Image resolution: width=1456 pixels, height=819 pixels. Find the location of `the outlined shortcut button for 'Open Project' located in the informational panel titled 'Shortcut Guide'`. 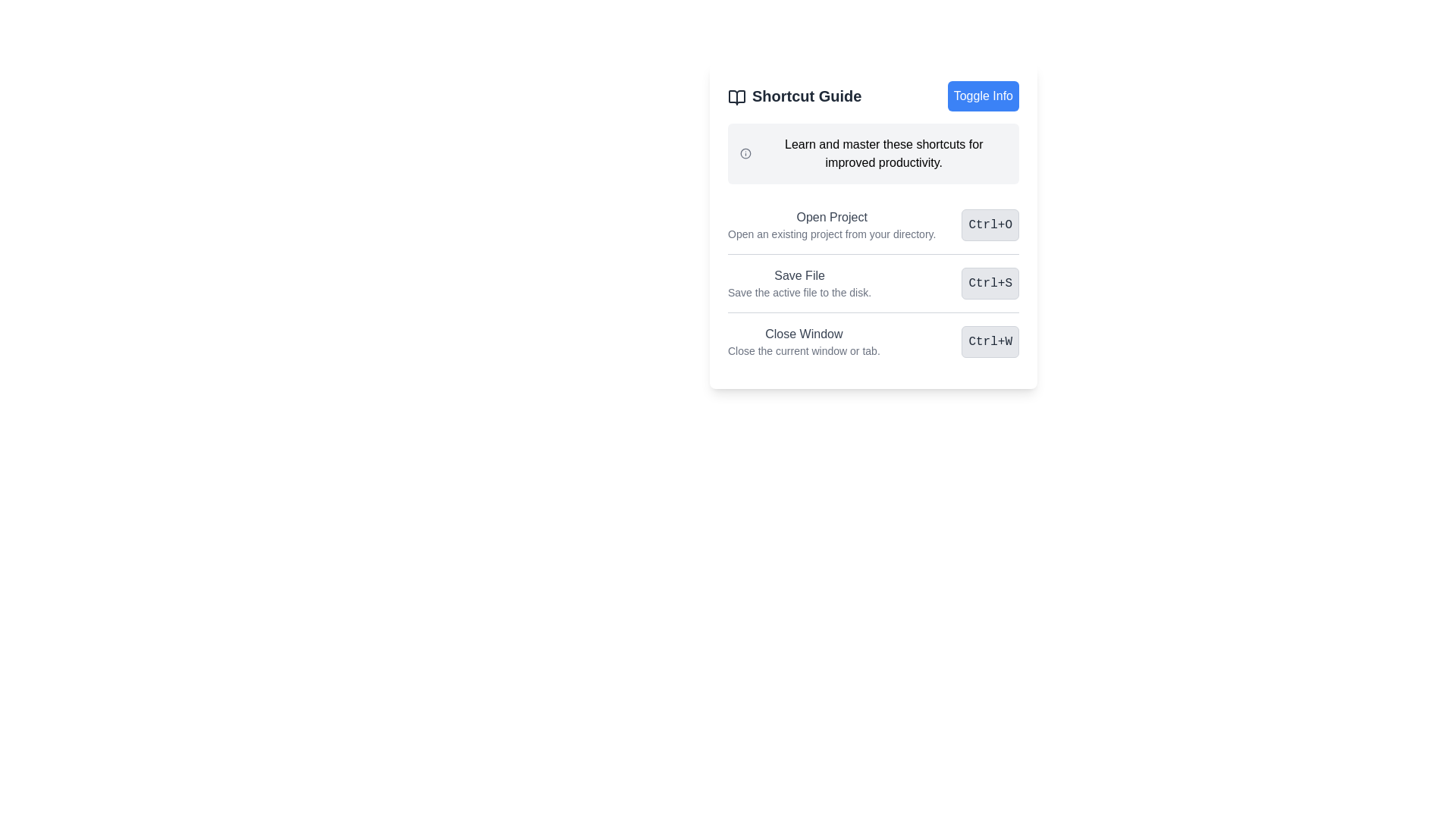

the outlined shortcut button for 'Open Project' located in the informational panel titled 'Shortcut Guide' is located at coordinates (874, 225).